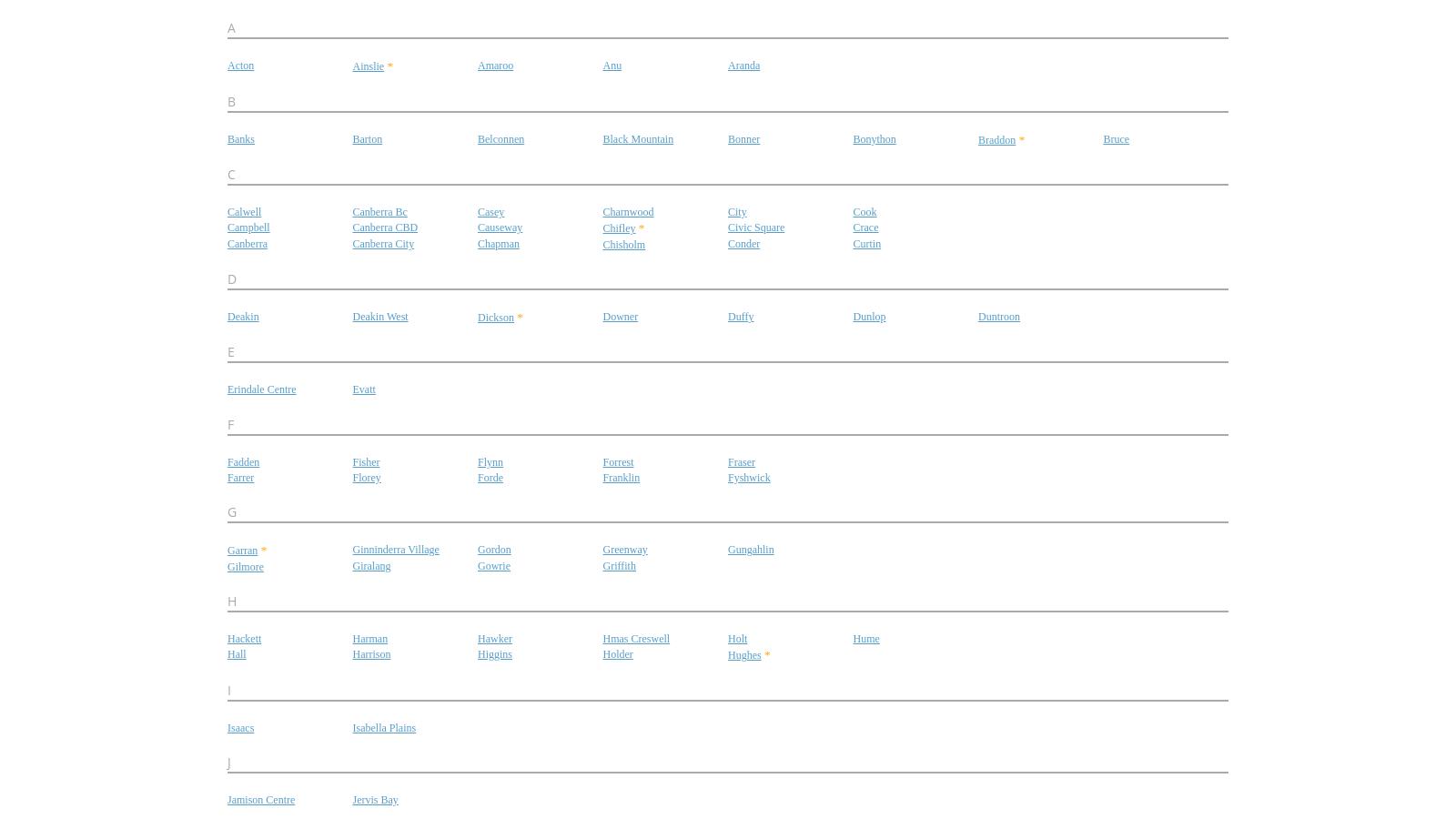 This screenshot has width=1456, height=829. Describe the element at coordinates (728, 226) in the screenshot. I see `'Civic Square'` at that location.